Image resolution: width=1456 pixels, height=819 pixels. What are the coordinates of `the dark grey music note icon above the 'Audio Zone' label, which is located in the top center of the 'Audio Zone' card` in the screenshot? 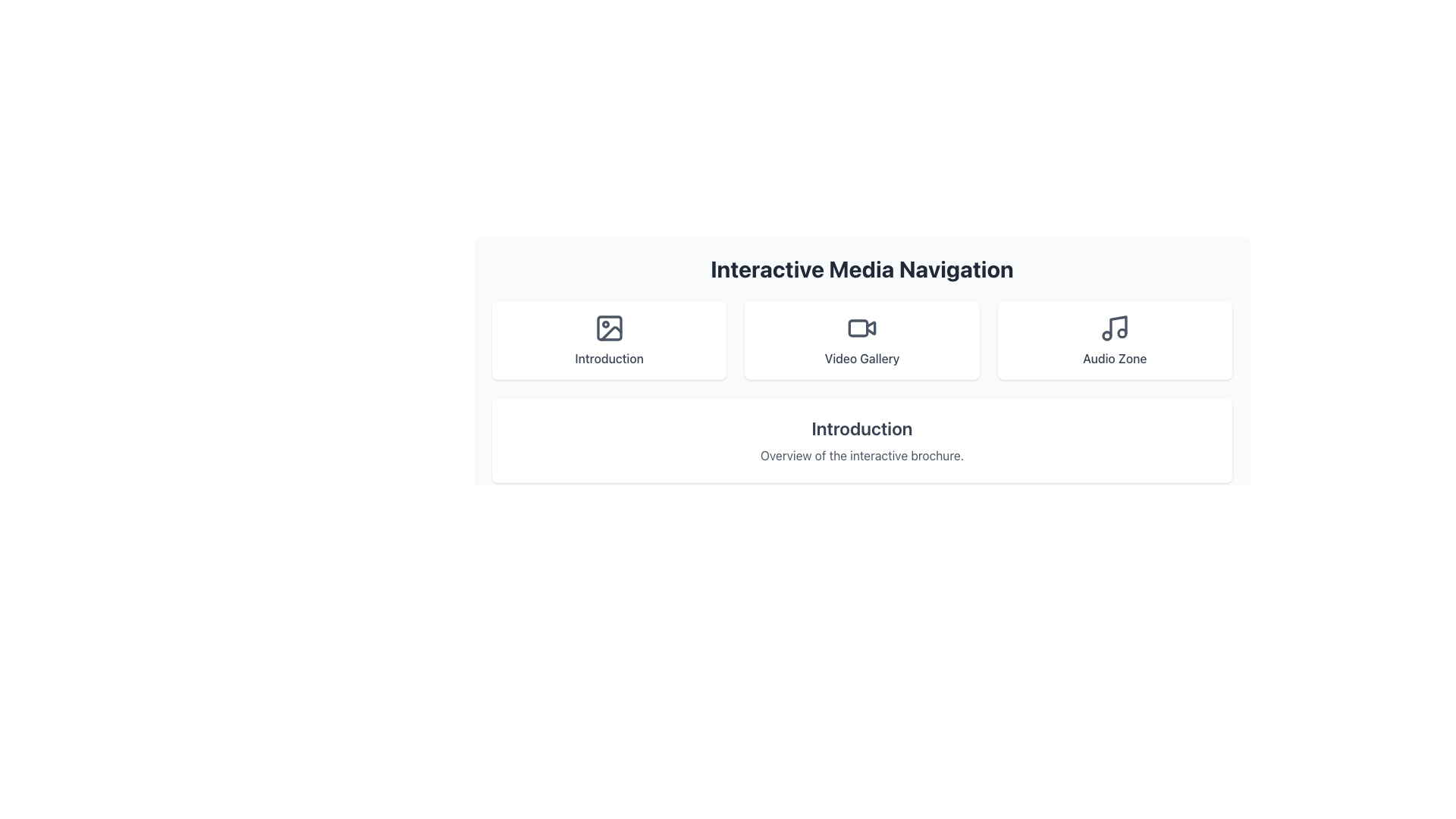 It's located at (1115, 327).